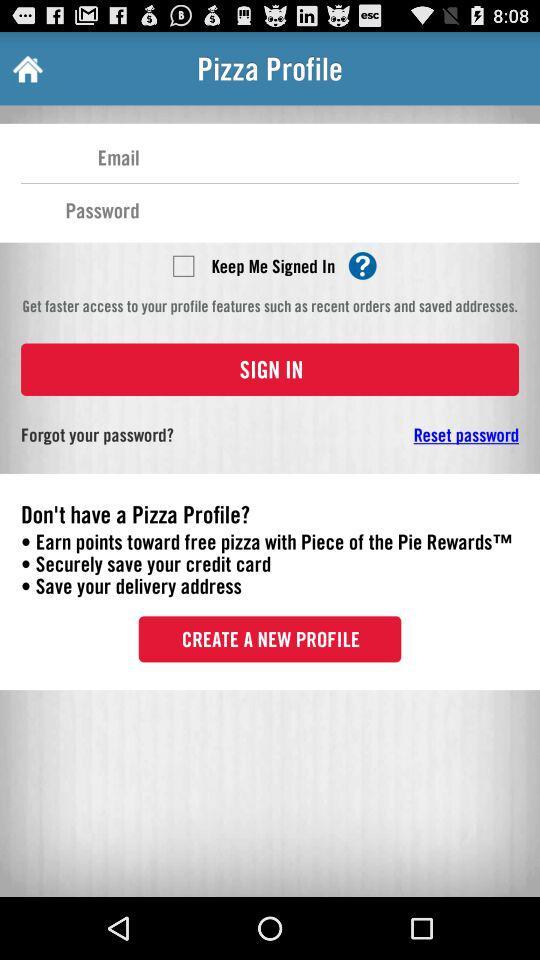 This screenshot has width=540, height=960. What do you see at coordinates (329, 155) in the screenshot?
I see `email address` at bounding box center [329, 155].